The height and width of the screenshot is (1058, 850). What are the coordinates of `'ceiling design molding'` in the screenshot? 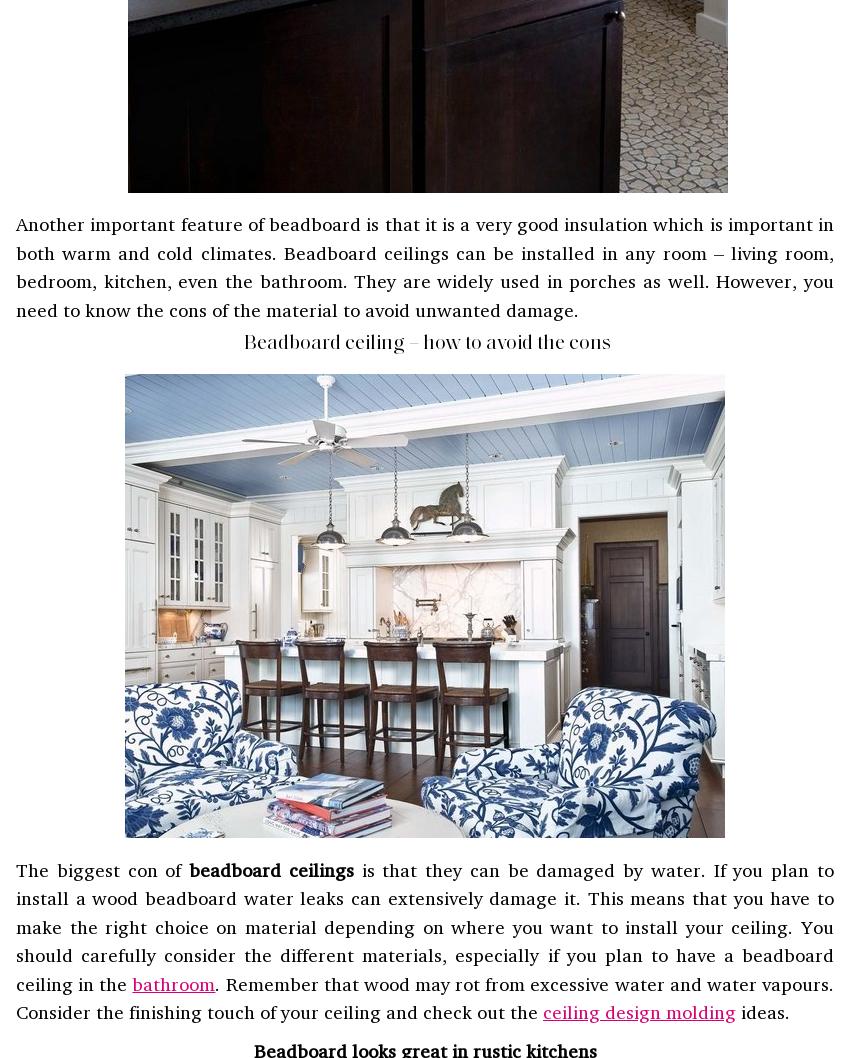 It's located at (639, 1010).